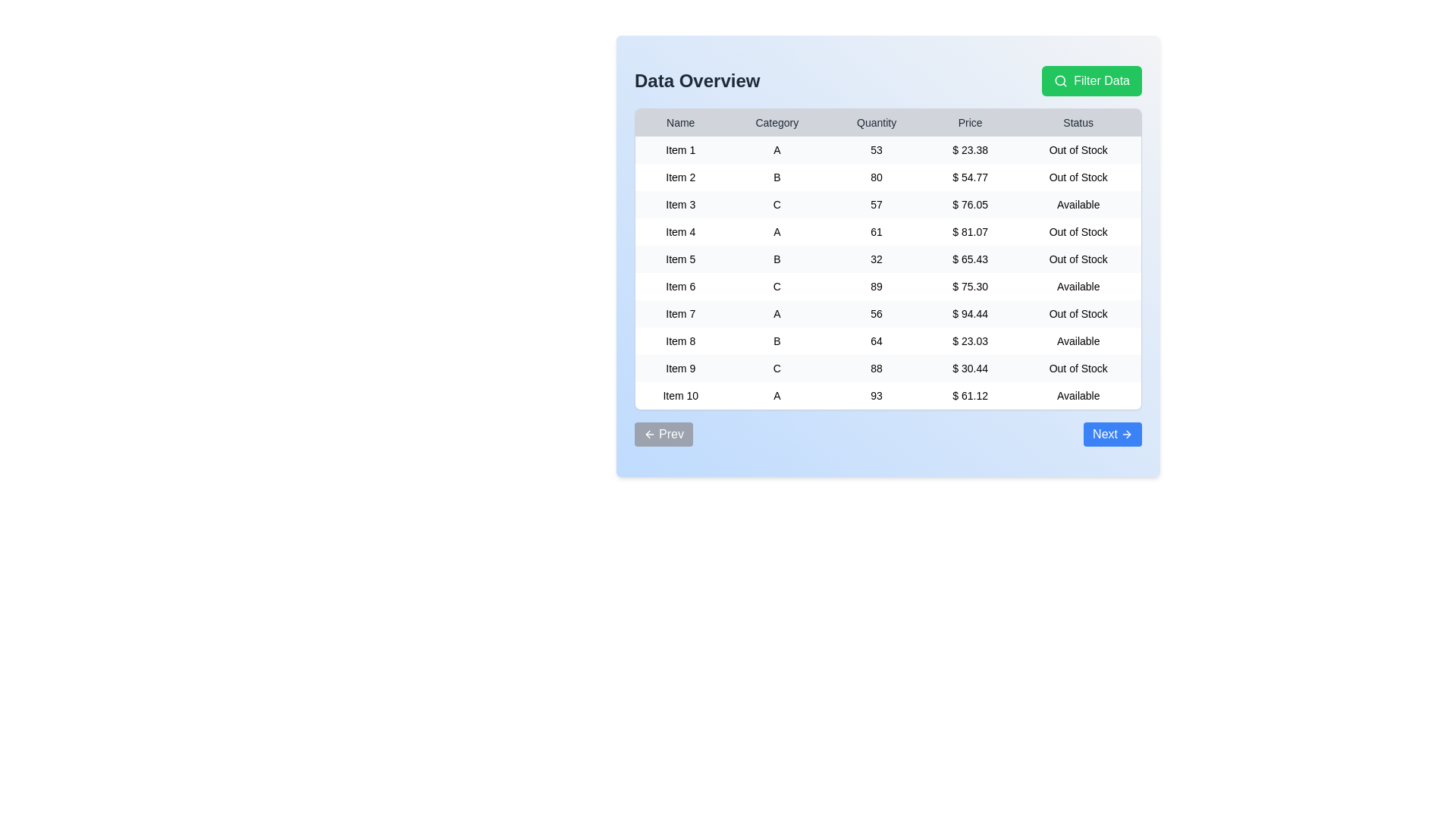 The width and height of the screenshot is (1456, 819). What do you see at coordinates (877, 122) in the screenshot?
I see `the table header Quantity to sort the table by that column` at bounding box center [877, 122].